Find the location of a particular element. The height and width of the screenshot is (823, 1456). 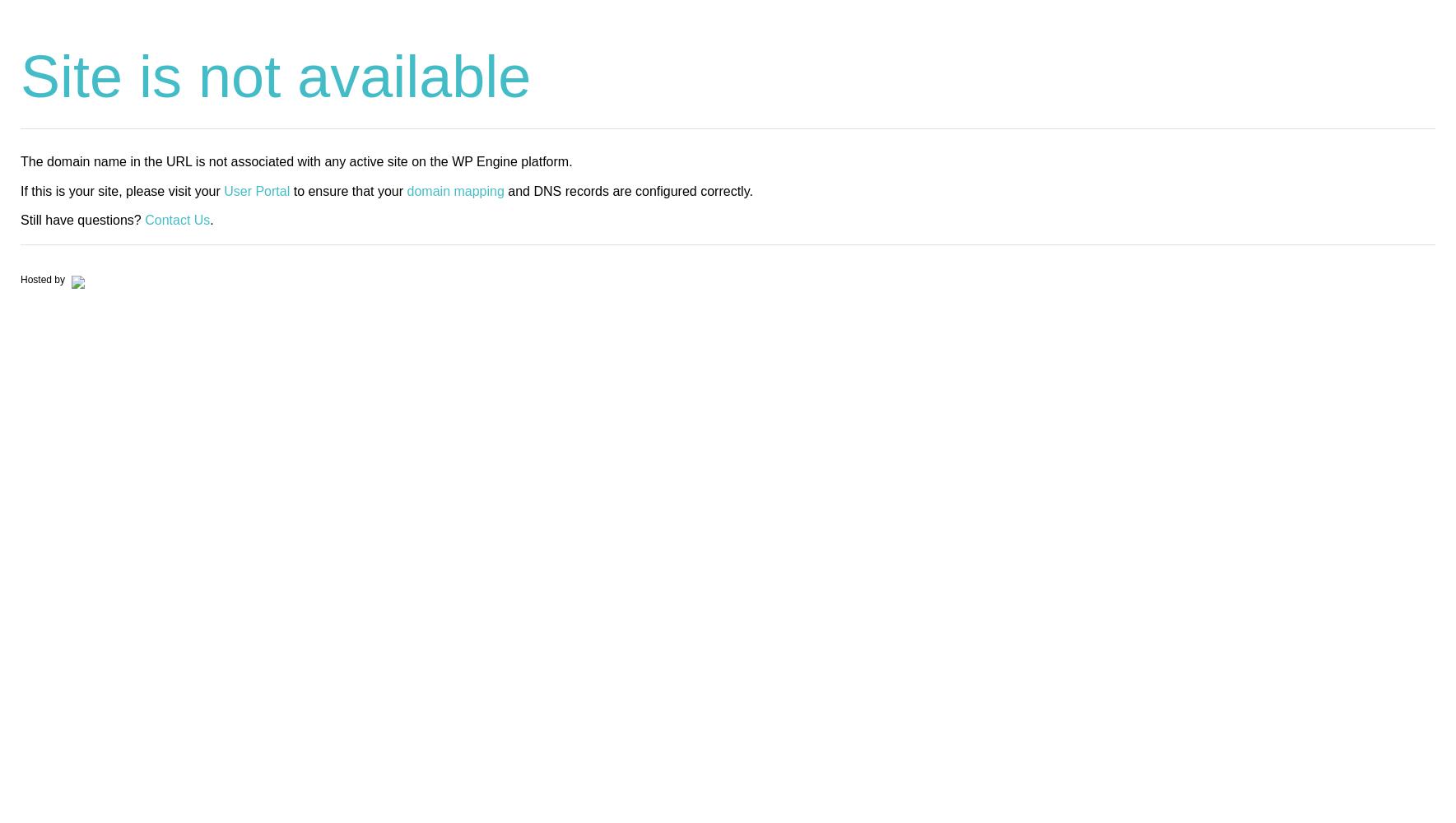

'Contact Us' is located at coordinates (177, 219).